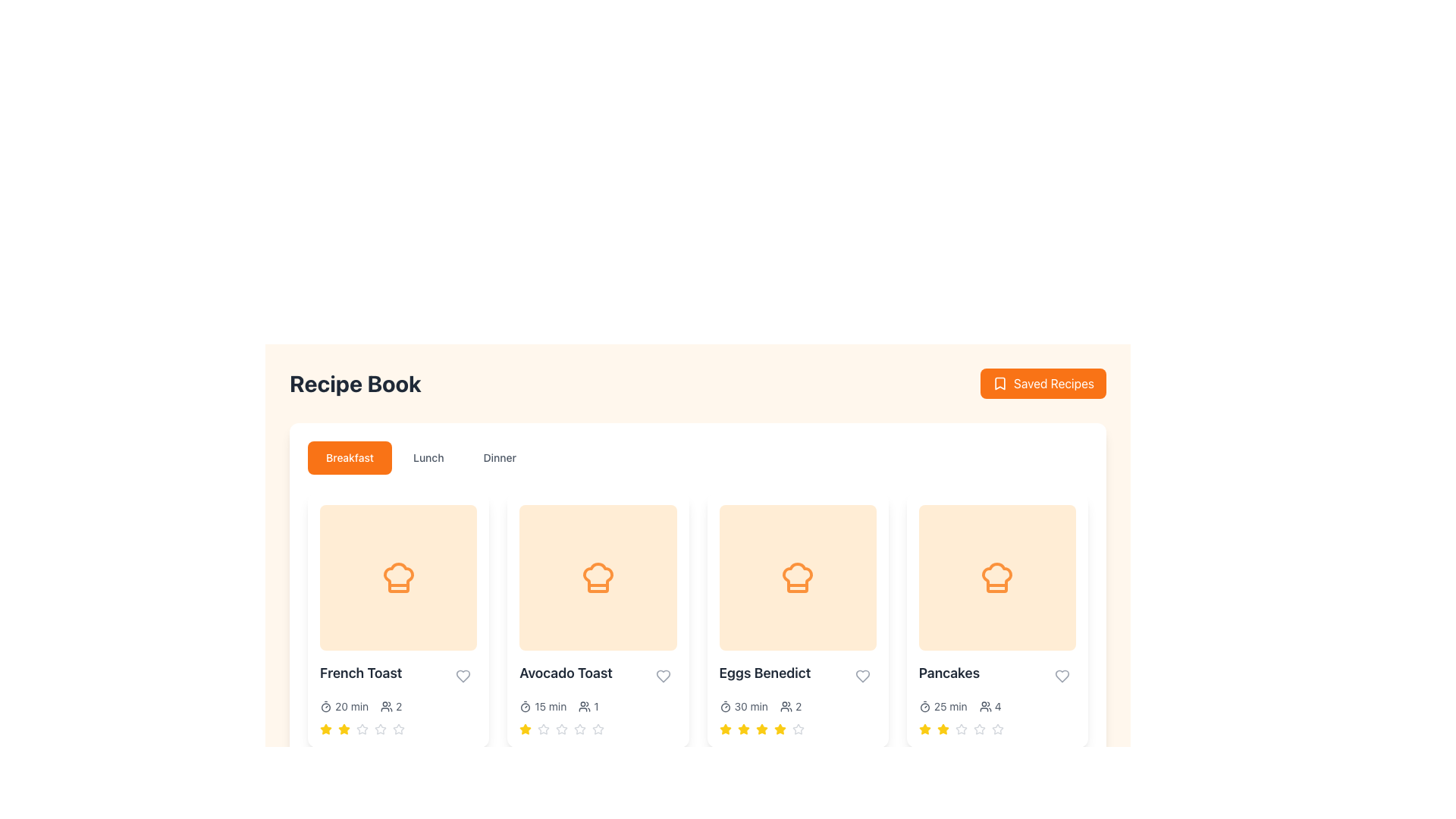 The height and width of the screenshot is (819, 1456). What do you see at coordinates (724, 728) in the screenshot?
I see `the first yellow star icon` at bounding box center [724, 728].